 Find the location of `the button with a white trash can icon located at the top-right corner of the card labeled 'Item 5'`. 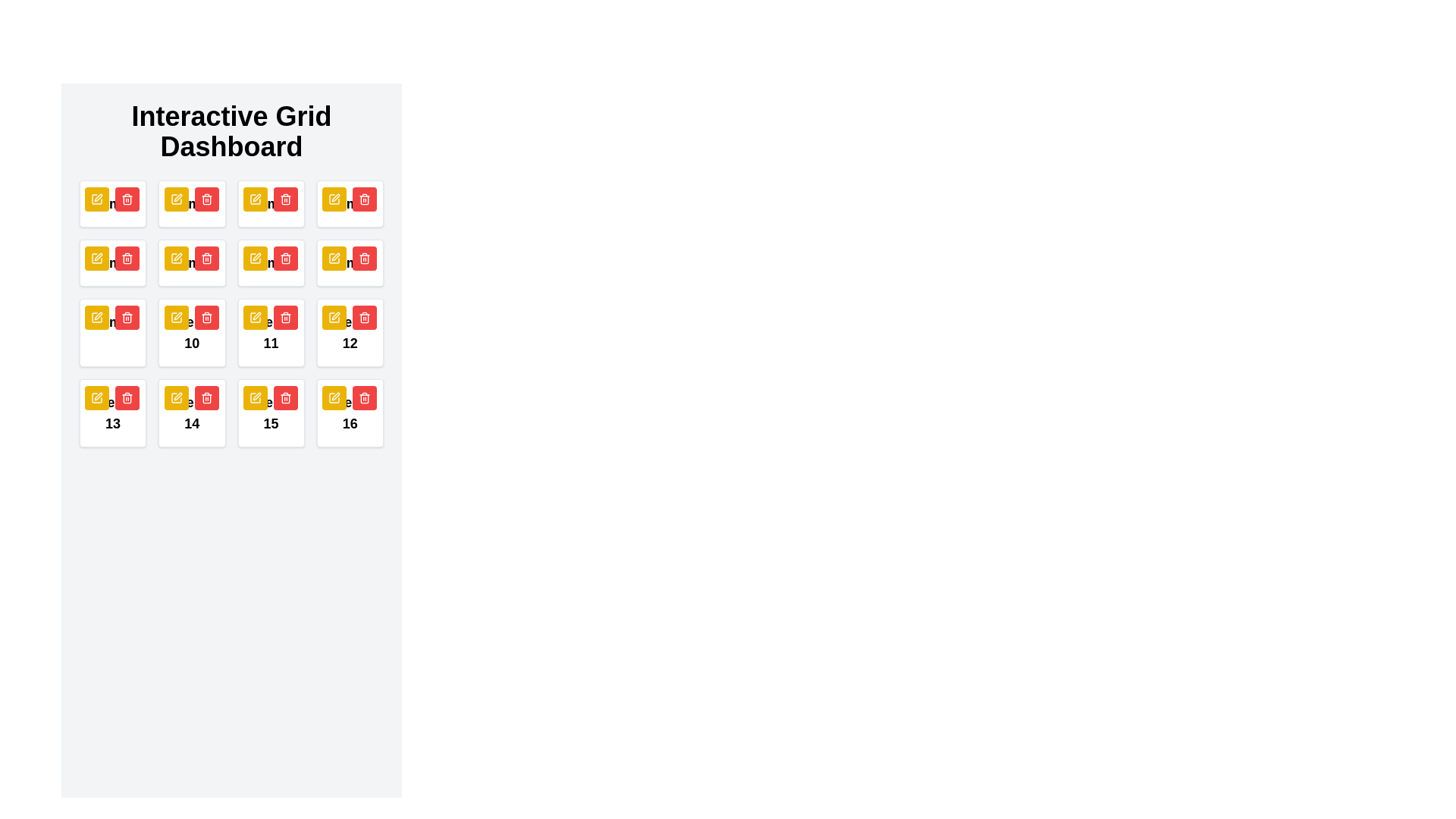

the button with a white trash can icon located at the top-right corner of the card labeled 'Item 5' is located at coordinates (111, 257).